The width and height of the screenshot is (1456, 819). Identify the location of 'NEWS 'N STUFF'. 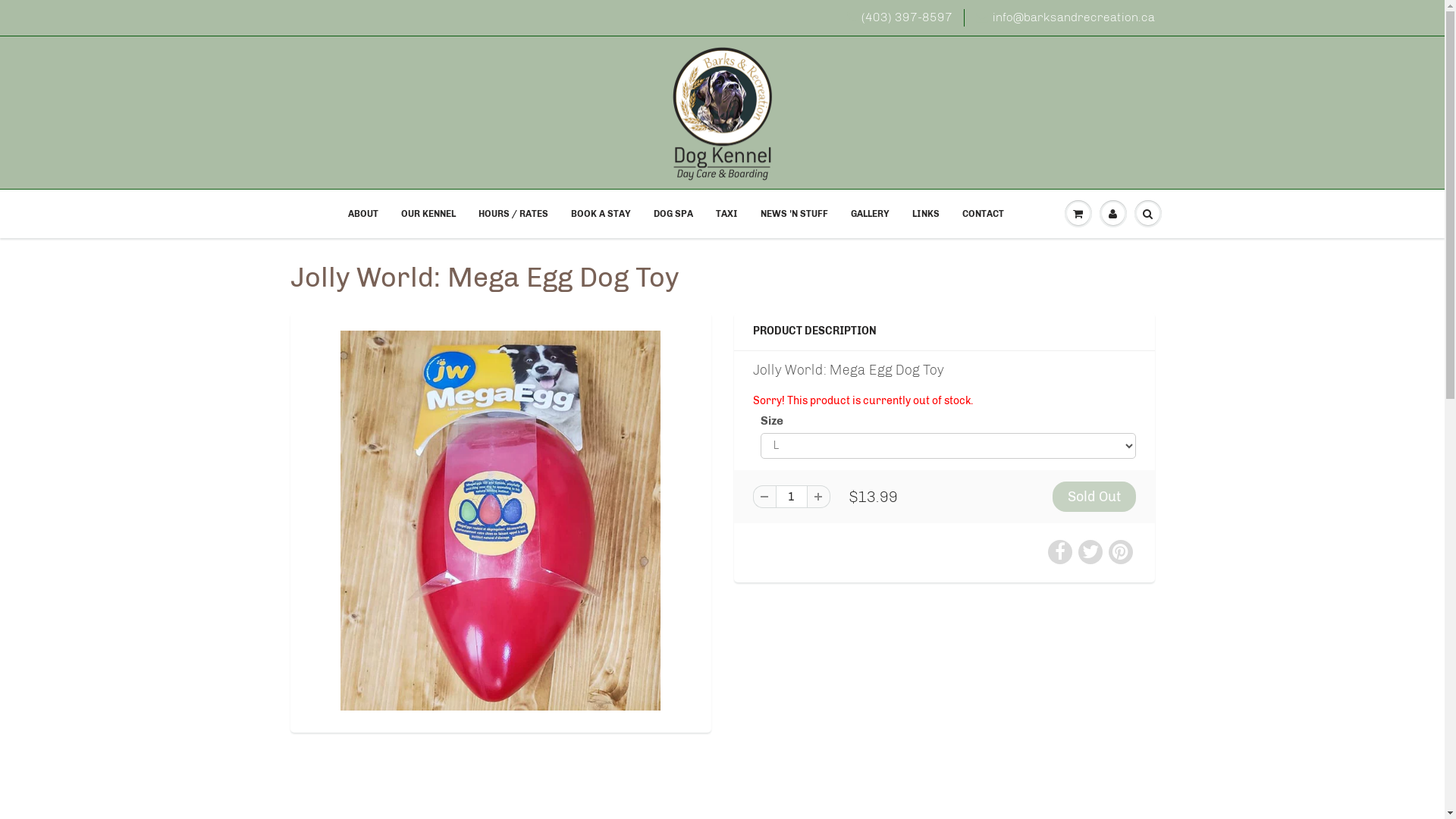
(793, 213).